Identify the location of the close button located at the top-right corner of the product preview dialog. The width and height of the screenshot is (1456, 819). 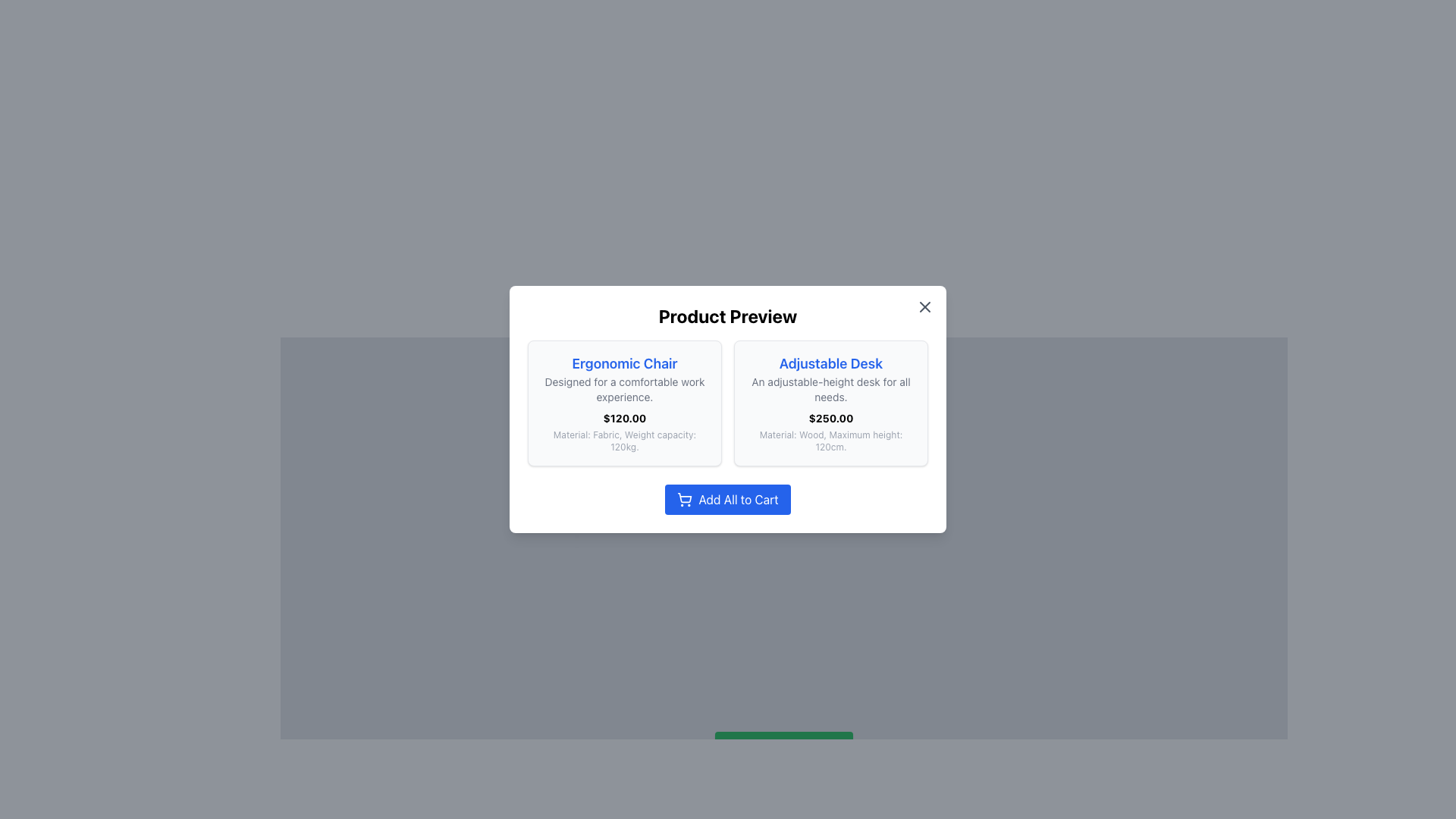
(924, 307).